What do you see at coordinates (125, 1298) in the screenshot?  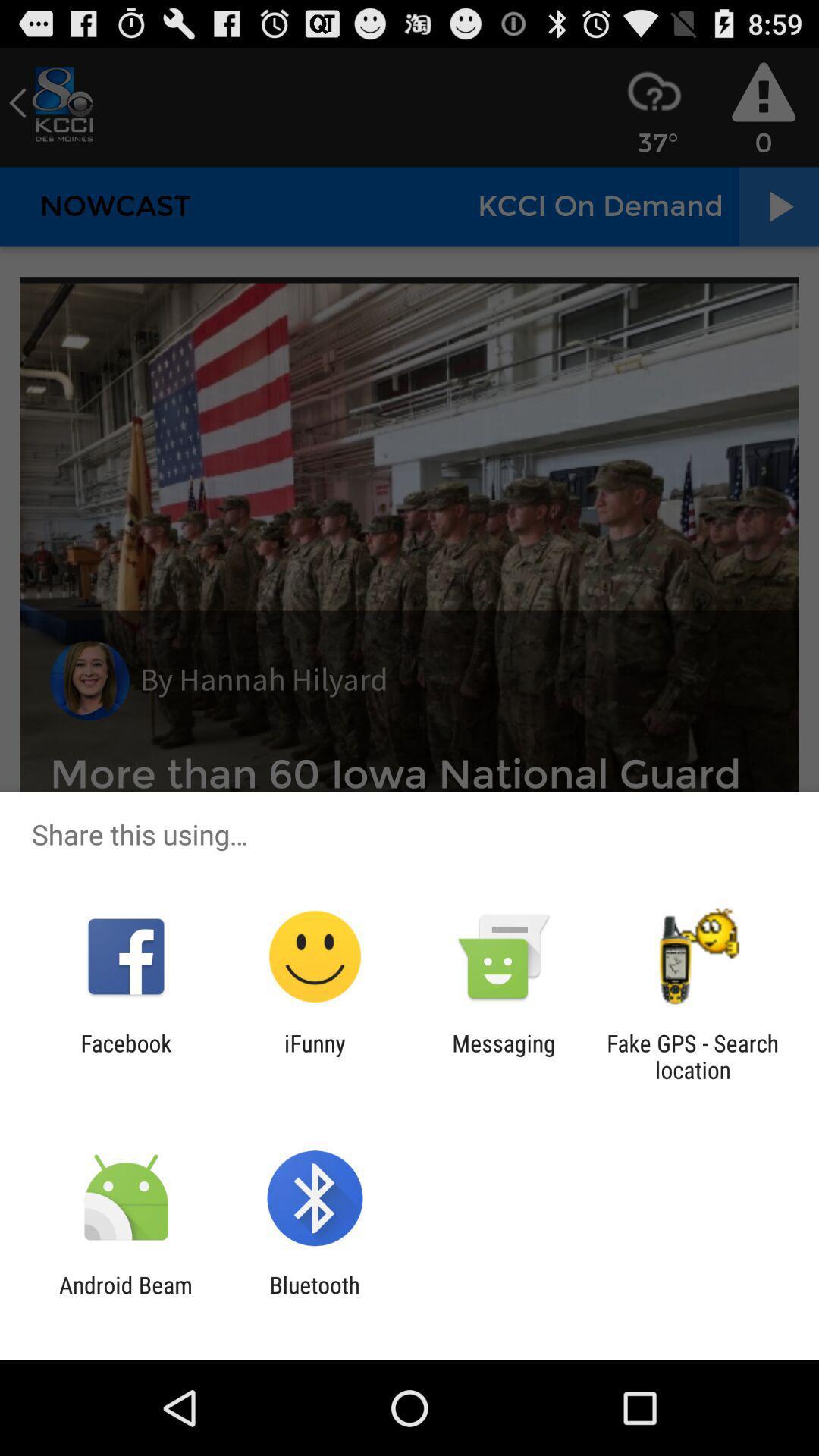 I see `android beam item` at bounding box center [125, 1298].